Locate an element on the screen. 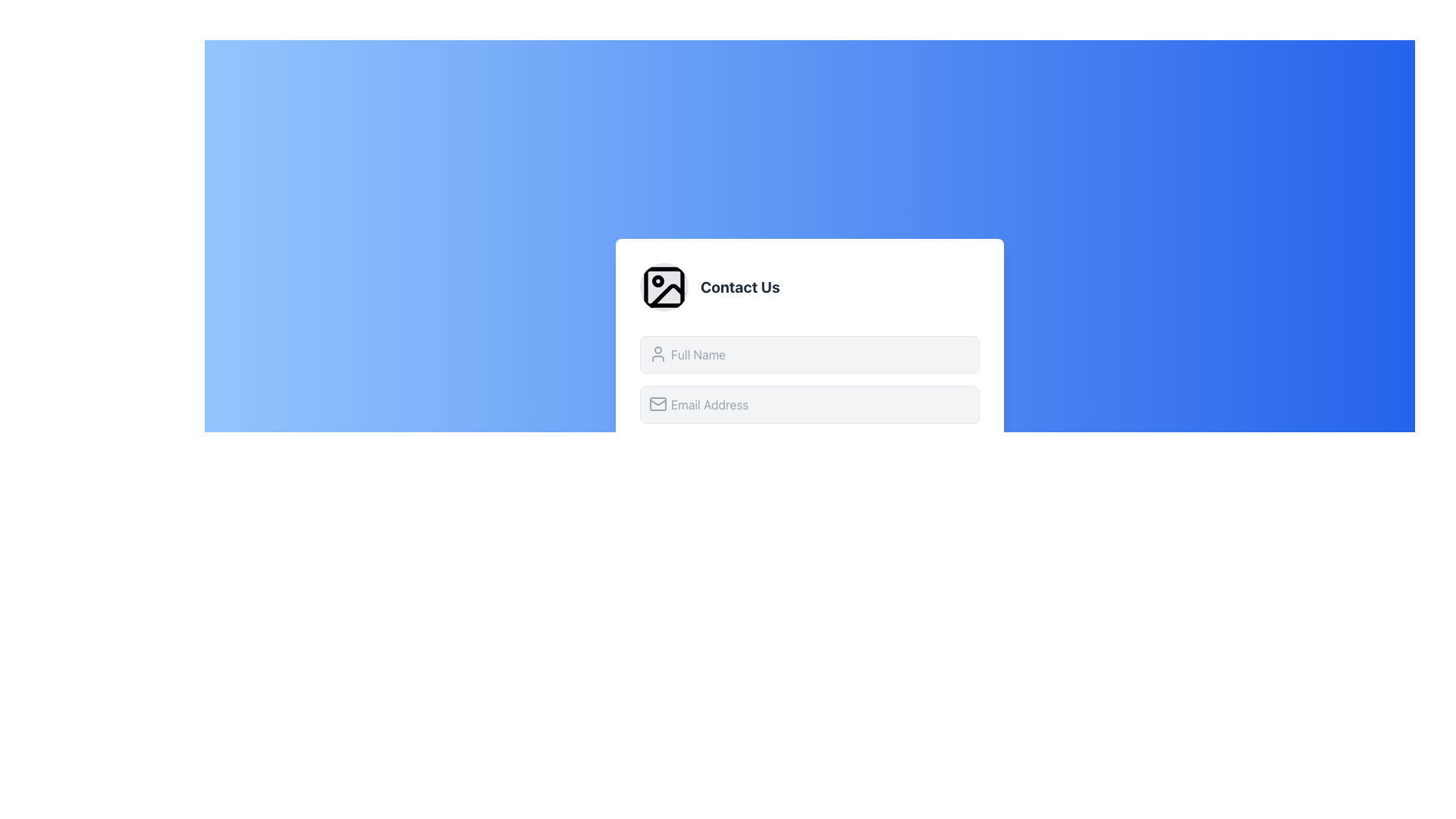  the gray user profile picture icon, which has a circular head and rounded shoulders, located to the left of the 'Full Name' input box is located at coordinates (658, 353).